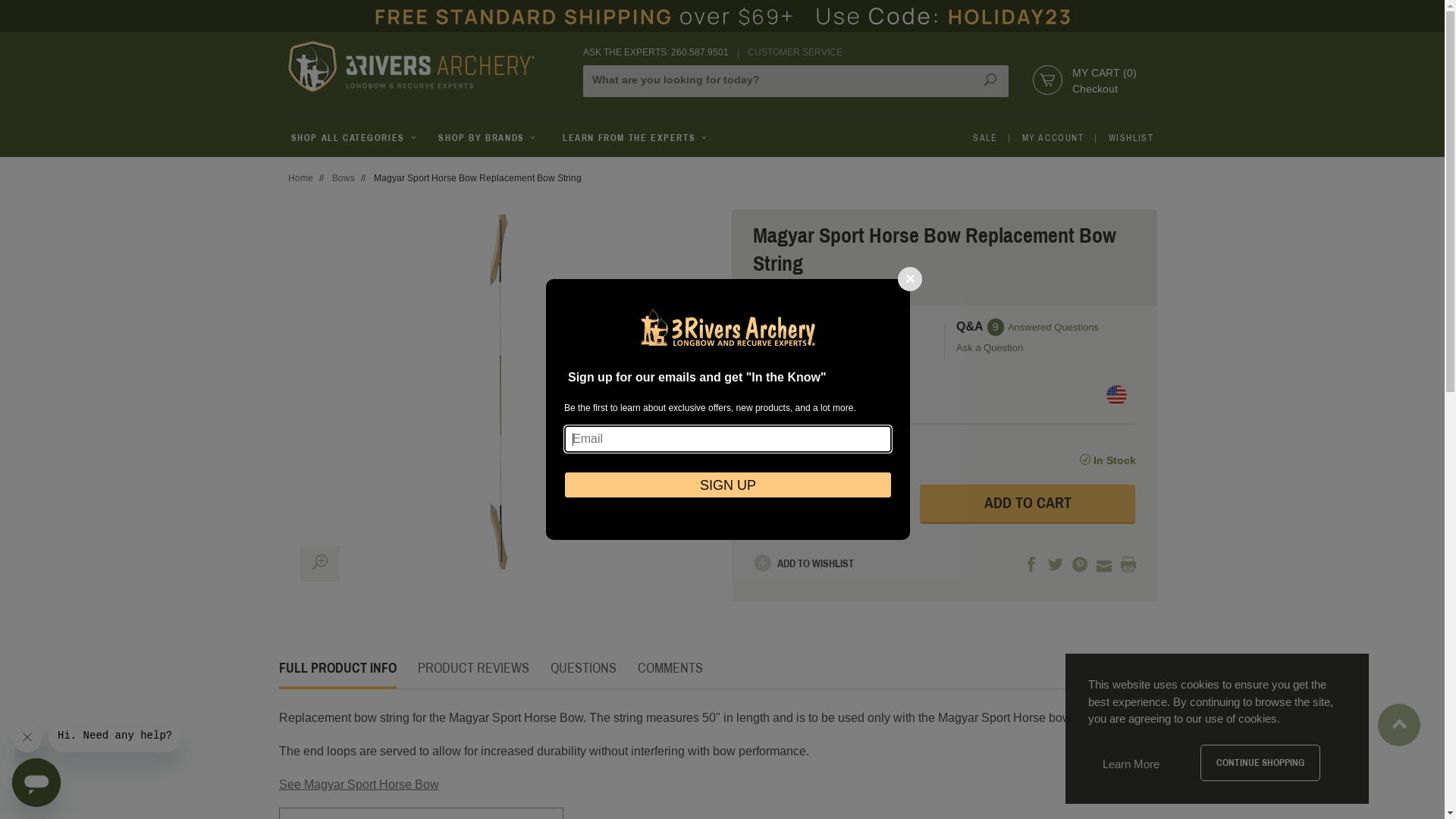 The height and width of the screenshot is (819, 1456). Describe the element at coordinates (114, 734) in the screenshot. I see `'Message from company'` at that location.